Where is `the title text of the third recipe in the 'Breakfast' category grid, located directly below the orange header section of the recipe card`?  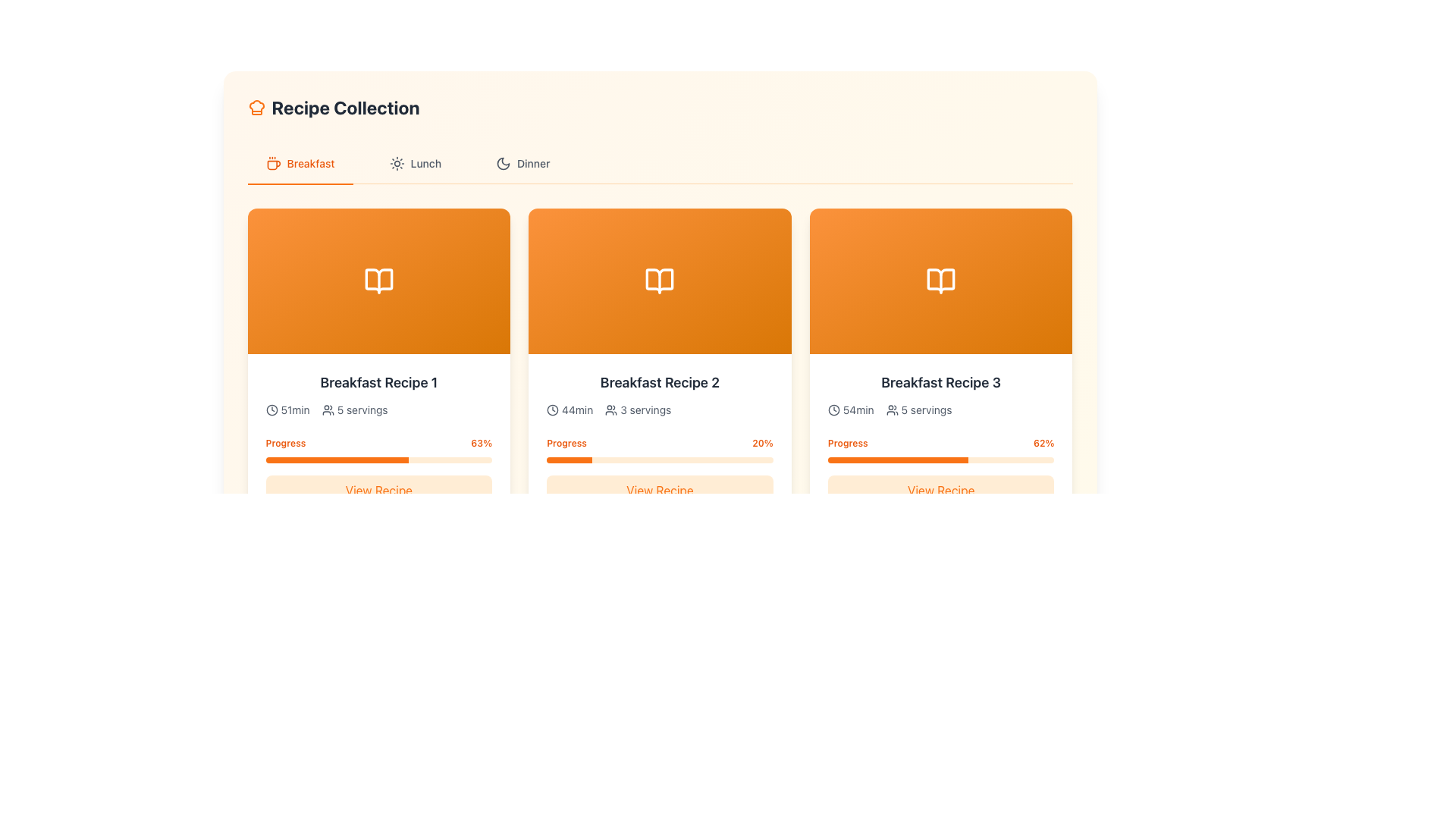 the title text of the third recipe in the 'Breakfast' category grid, located directly below the orange header section of the recipe card is located at coordinates (940, 382).